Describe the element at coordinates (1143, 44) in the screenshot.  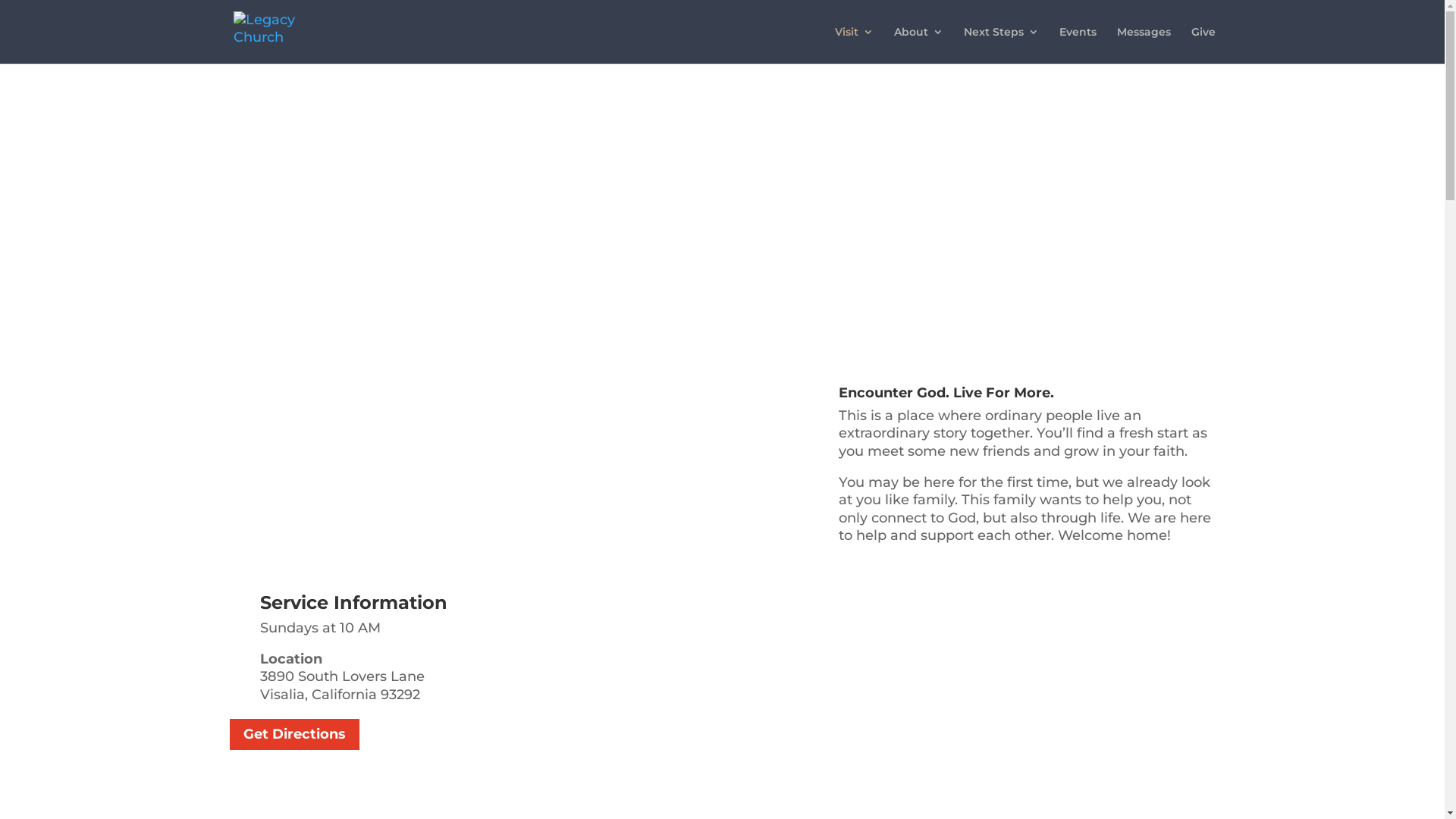
I see `'Messages'` at that location.